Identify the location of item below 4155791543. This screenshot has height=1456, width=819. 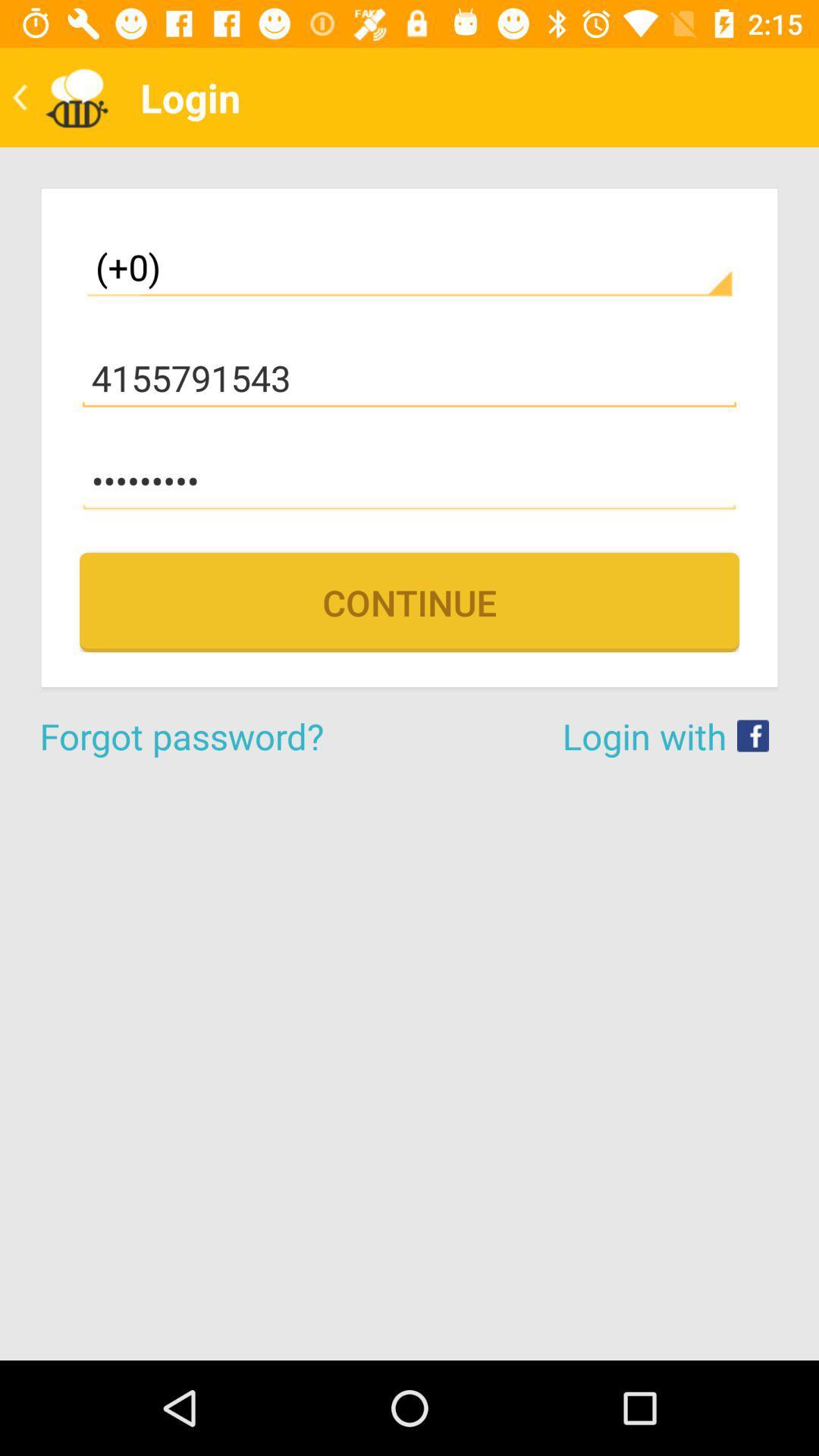
(409, 480).